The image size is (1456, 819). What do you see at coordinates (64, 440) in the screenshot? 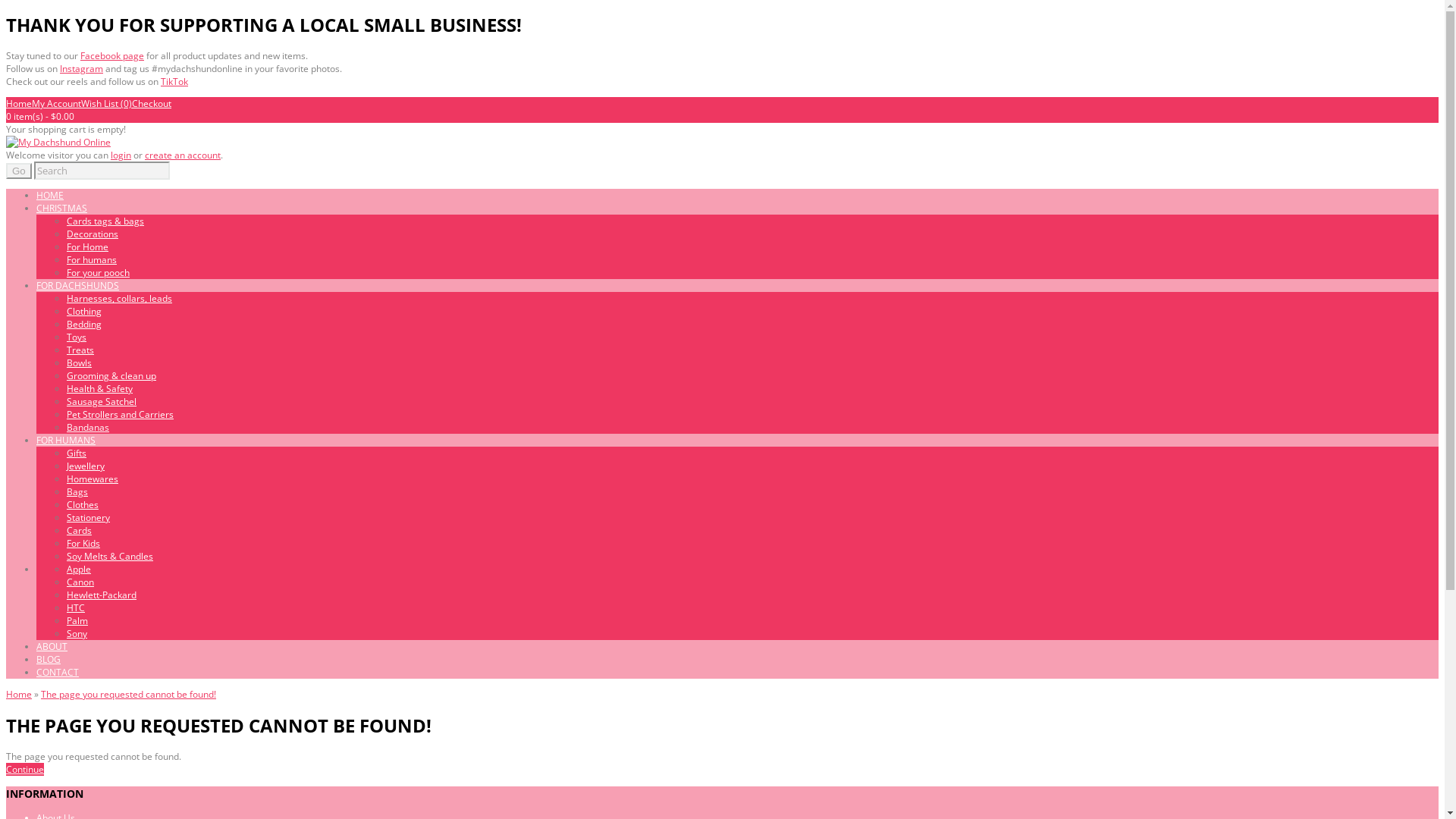
I see `'FOR HUMANS'` at bounding box center [64, 440].